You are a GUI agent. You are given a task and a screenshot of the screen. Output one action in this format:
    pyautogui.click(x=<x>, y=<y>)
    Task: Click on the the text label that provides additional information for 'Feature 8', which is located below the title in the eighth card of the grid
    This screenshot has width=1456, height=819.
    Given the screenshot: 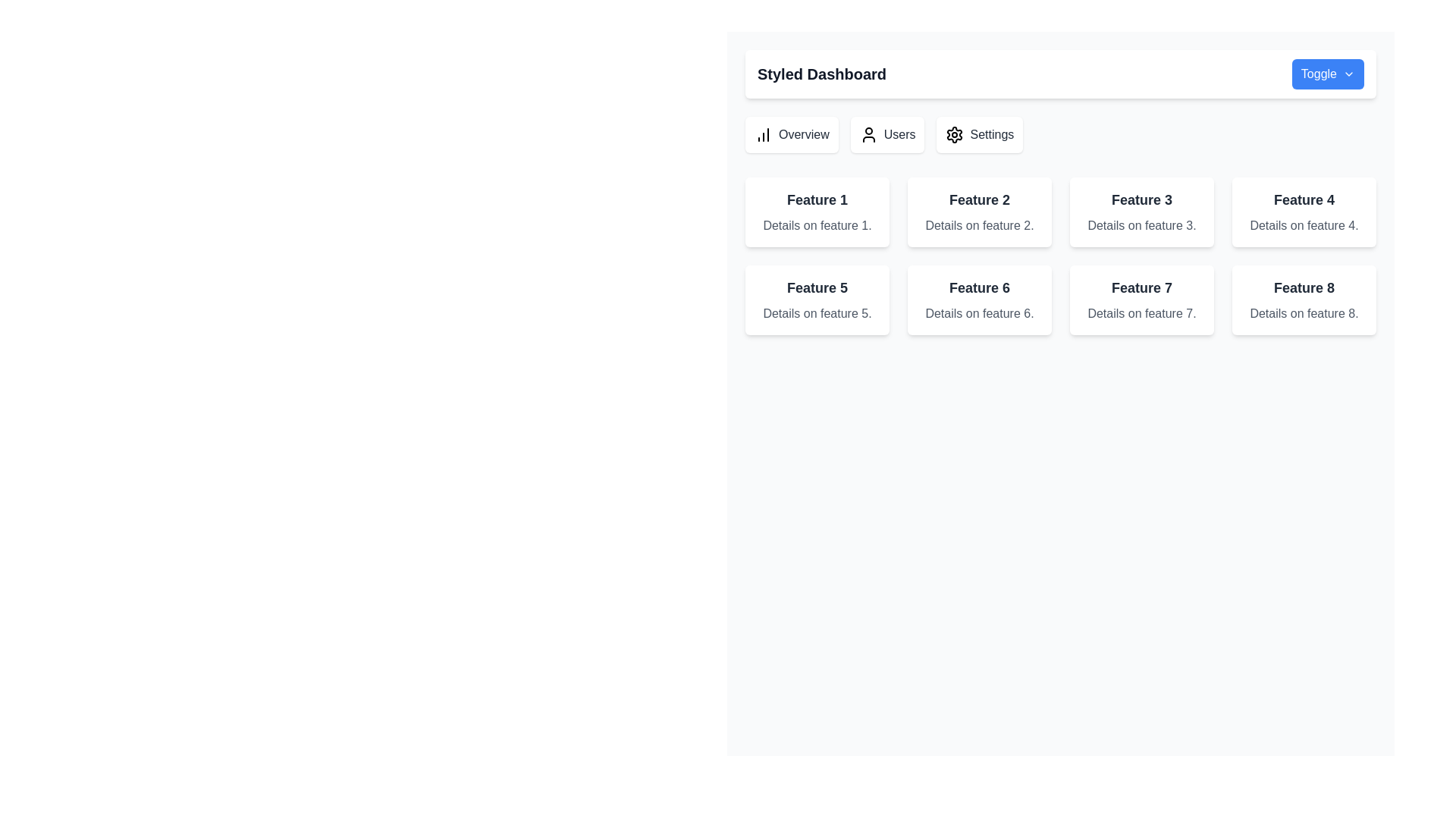 What is the action you would take?
    pyautogui.click(x=1303, y=312)
    